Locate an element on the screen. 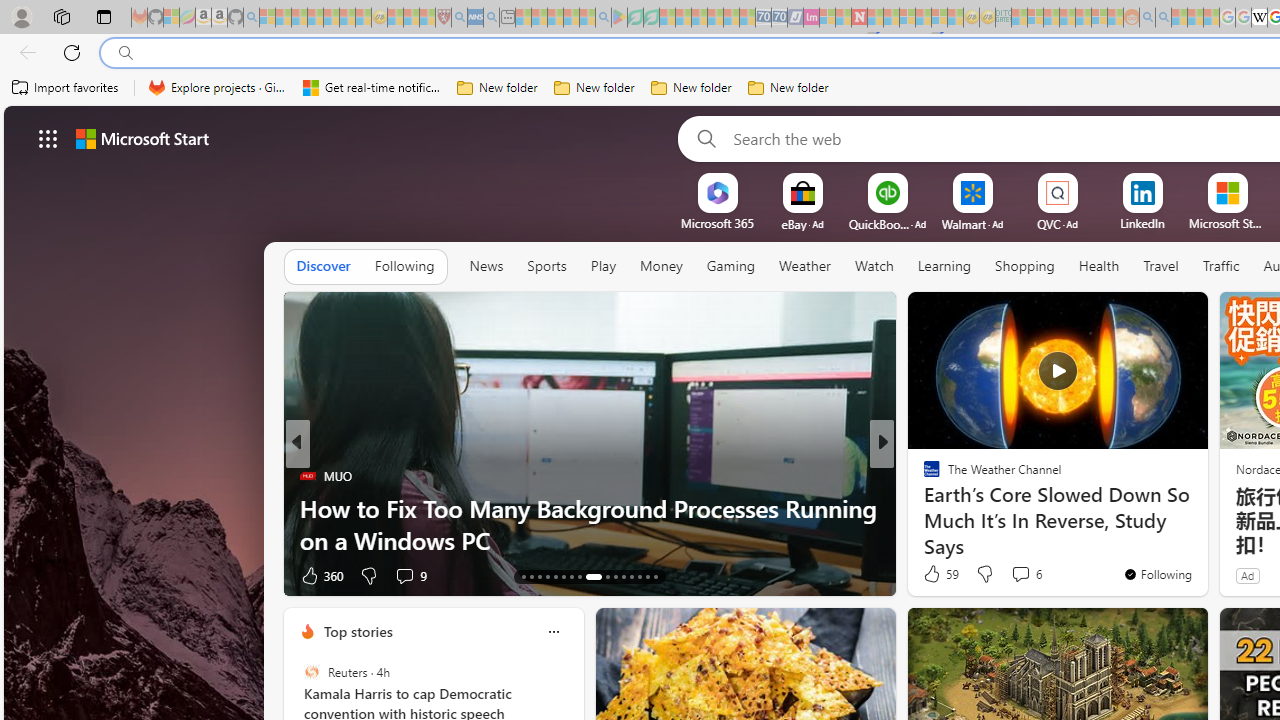  'google - Search - Sleeping' is located at coordinates (602, 17).